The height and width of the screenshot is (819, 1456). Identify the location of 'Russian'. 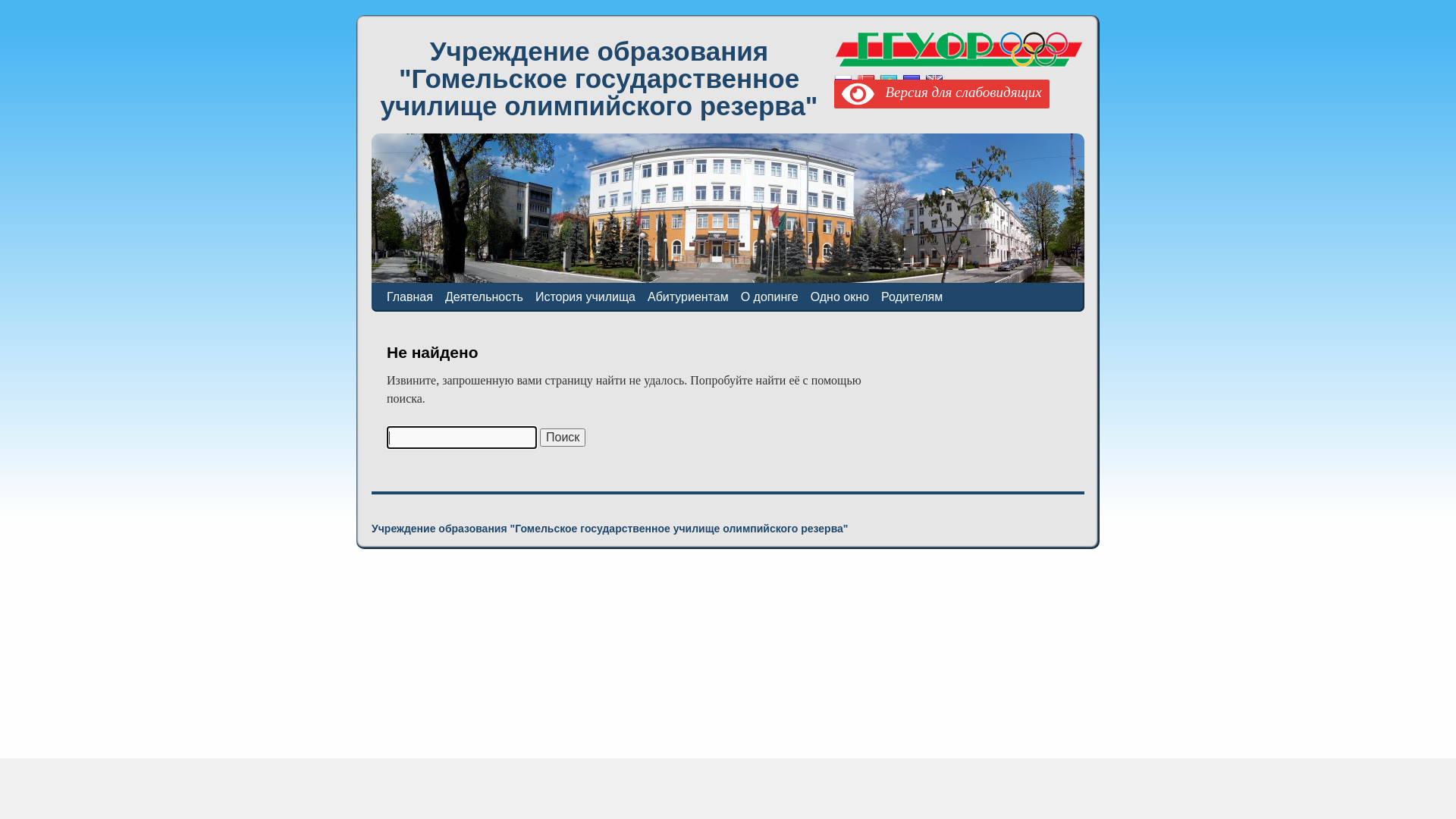
(843, 82).